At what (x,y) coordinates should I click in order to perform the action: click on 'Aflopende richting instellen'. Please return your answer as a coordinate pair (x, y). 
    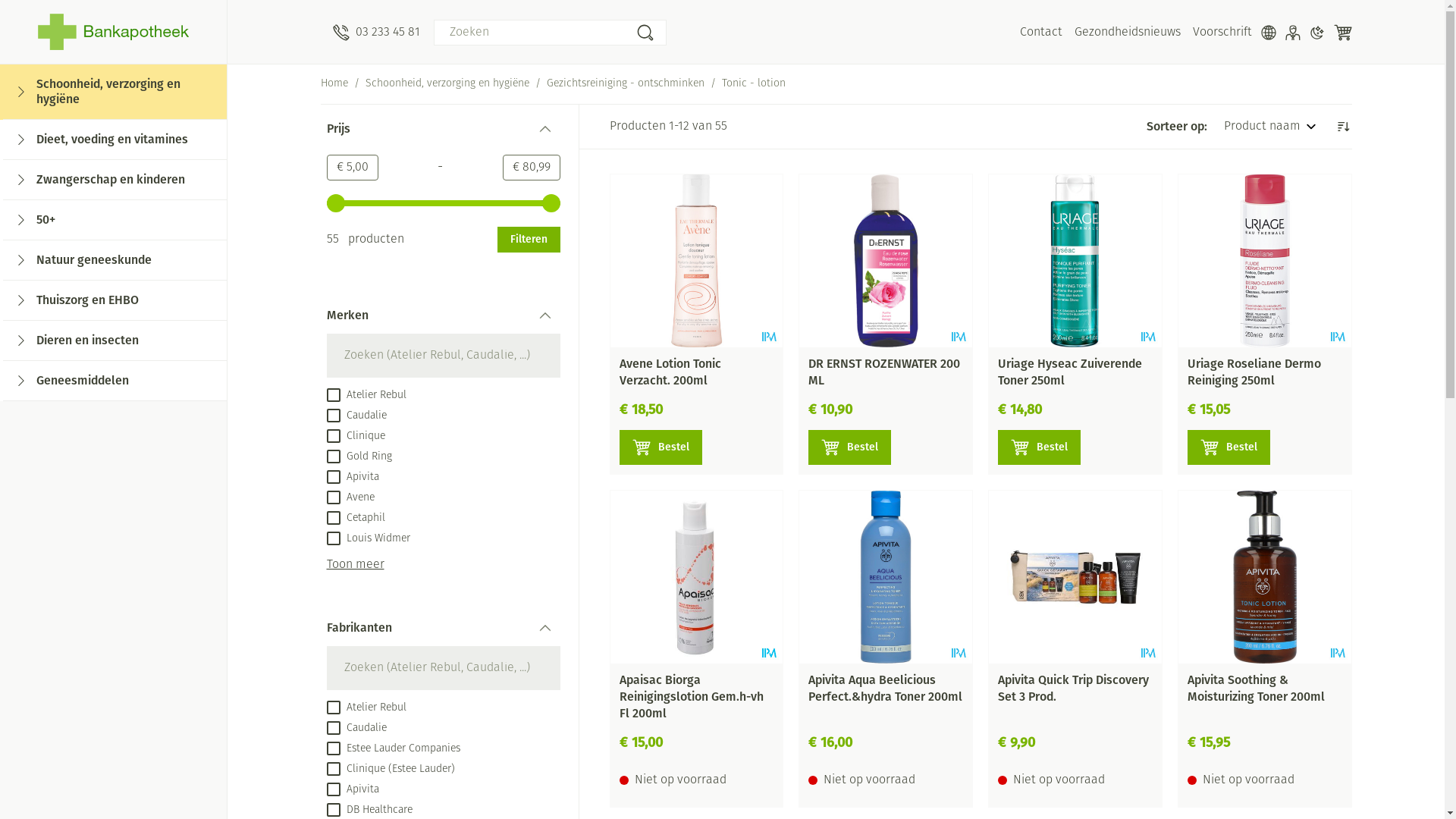
    Looking at the image, I should click on (1332, 125).